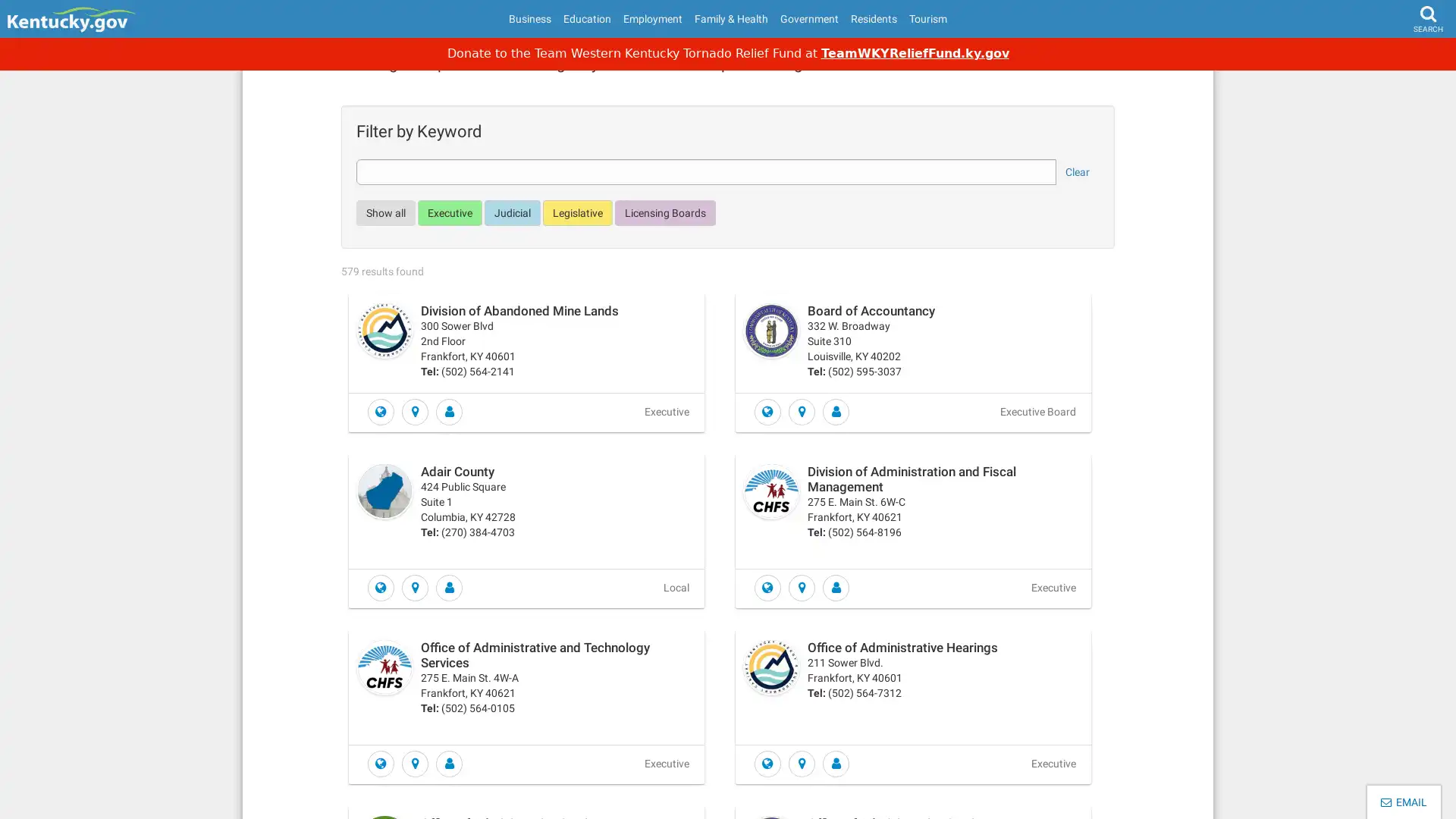  Describe the element at coordinates (1076, 171) in the screenshot. I see `Clear` at that location.